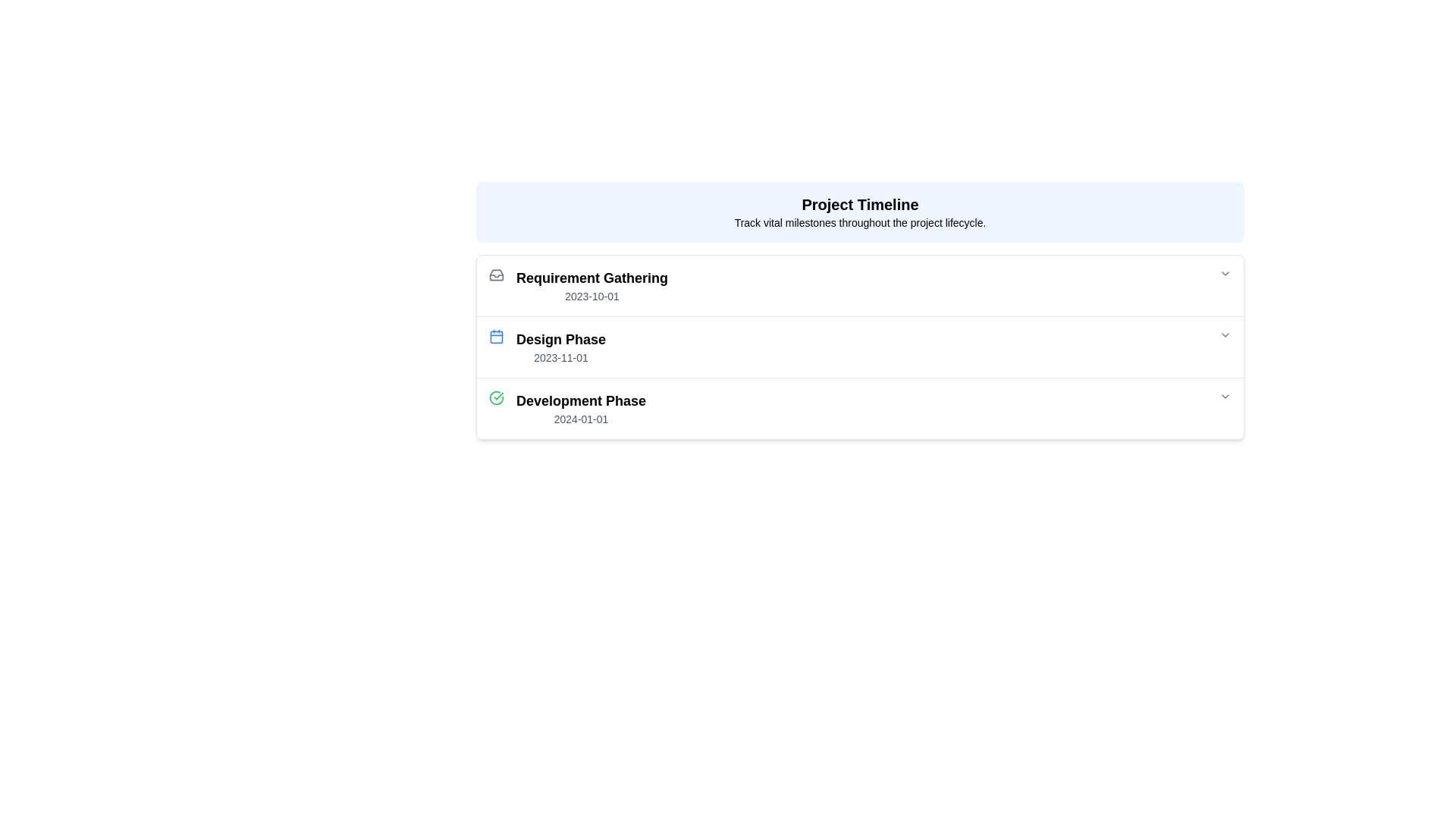 This screenshot has width=1456, height=819. What do you see at coordinates (496, 397) in the screenshot?
I see `the completion icon located to the right of the 'Development Phase' list item, which indicates that the development phase is successfully completed, positioned above the date '2024-01-01'` at bounding box center [496, 397].